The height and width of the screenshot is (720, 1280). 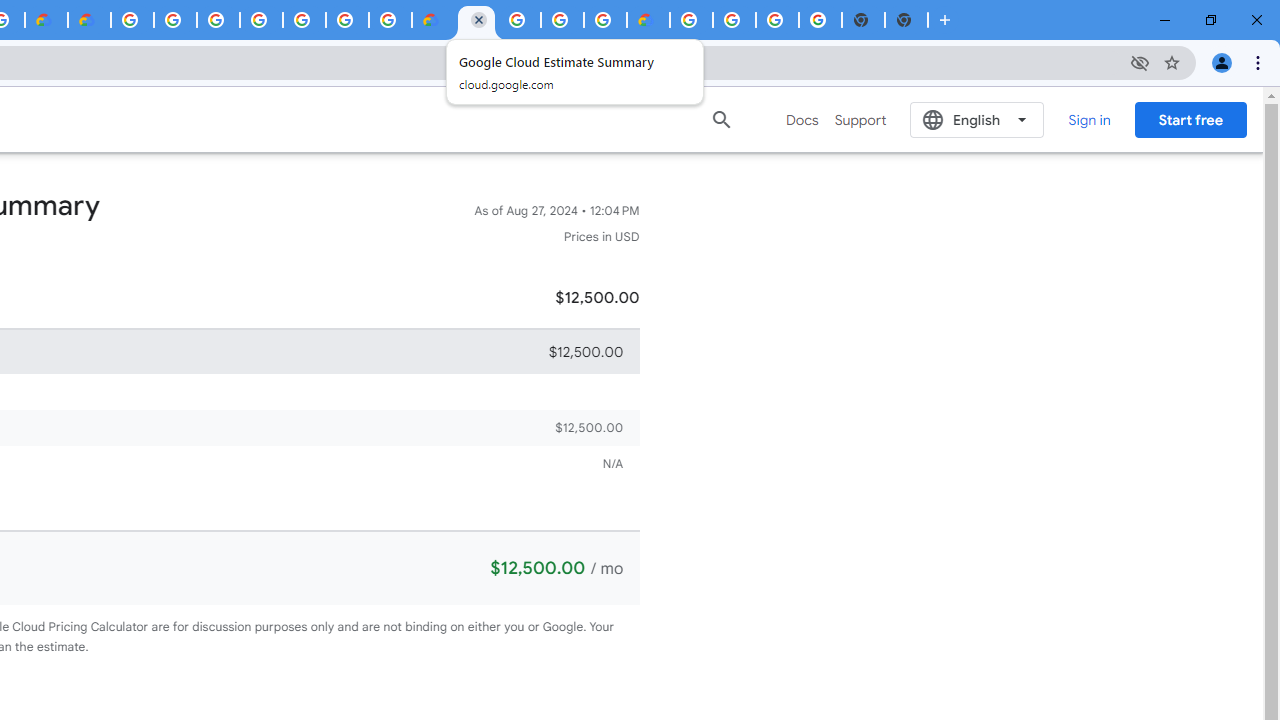 What do you see at coordinates (802, 119) in the screenshot?
I see `'Docs'` at bounding box center [802, 119].